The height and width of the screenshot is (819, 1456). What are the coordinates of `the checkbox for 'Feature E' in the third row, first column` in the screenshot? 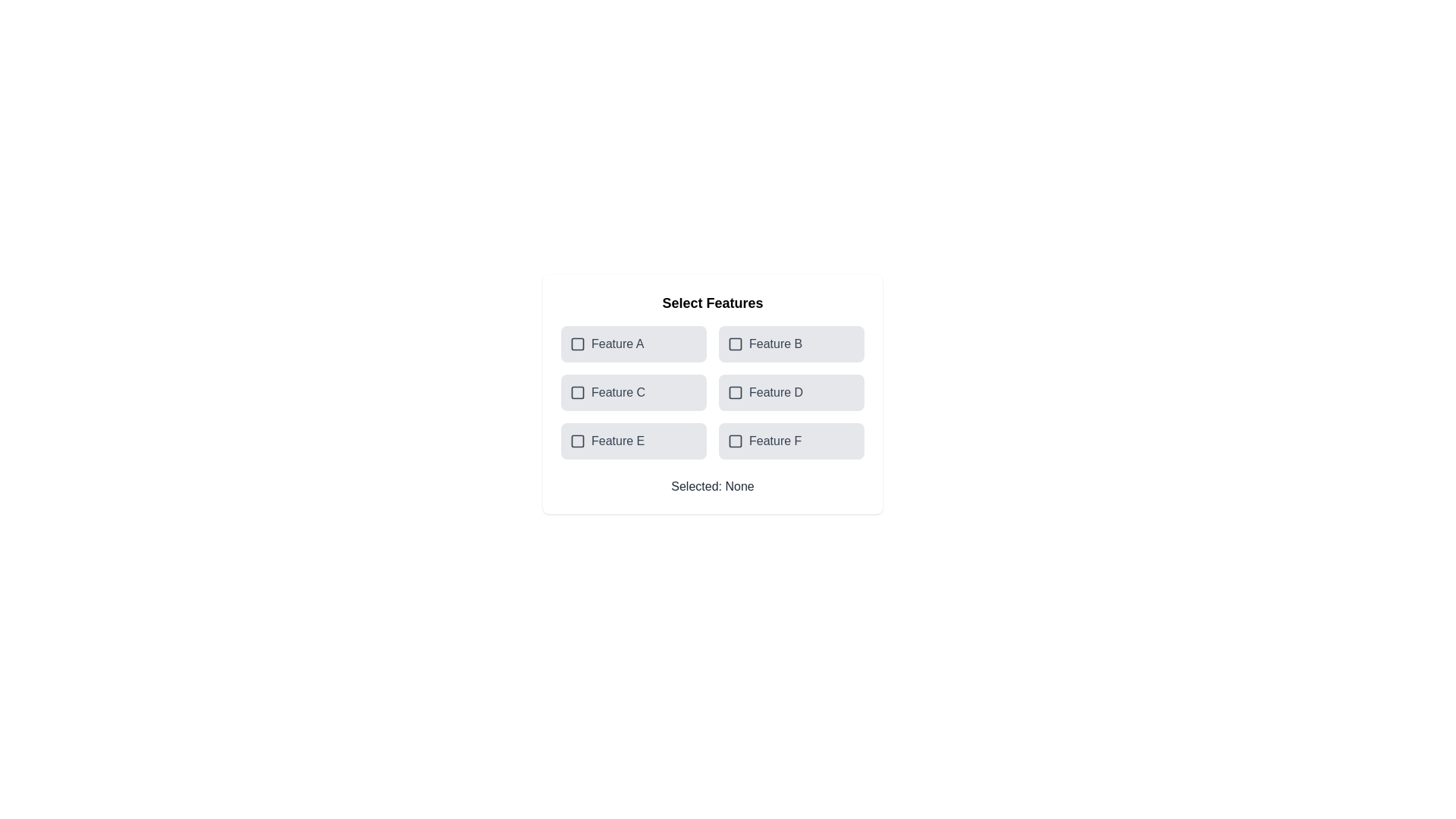 It's located at (577, 441).